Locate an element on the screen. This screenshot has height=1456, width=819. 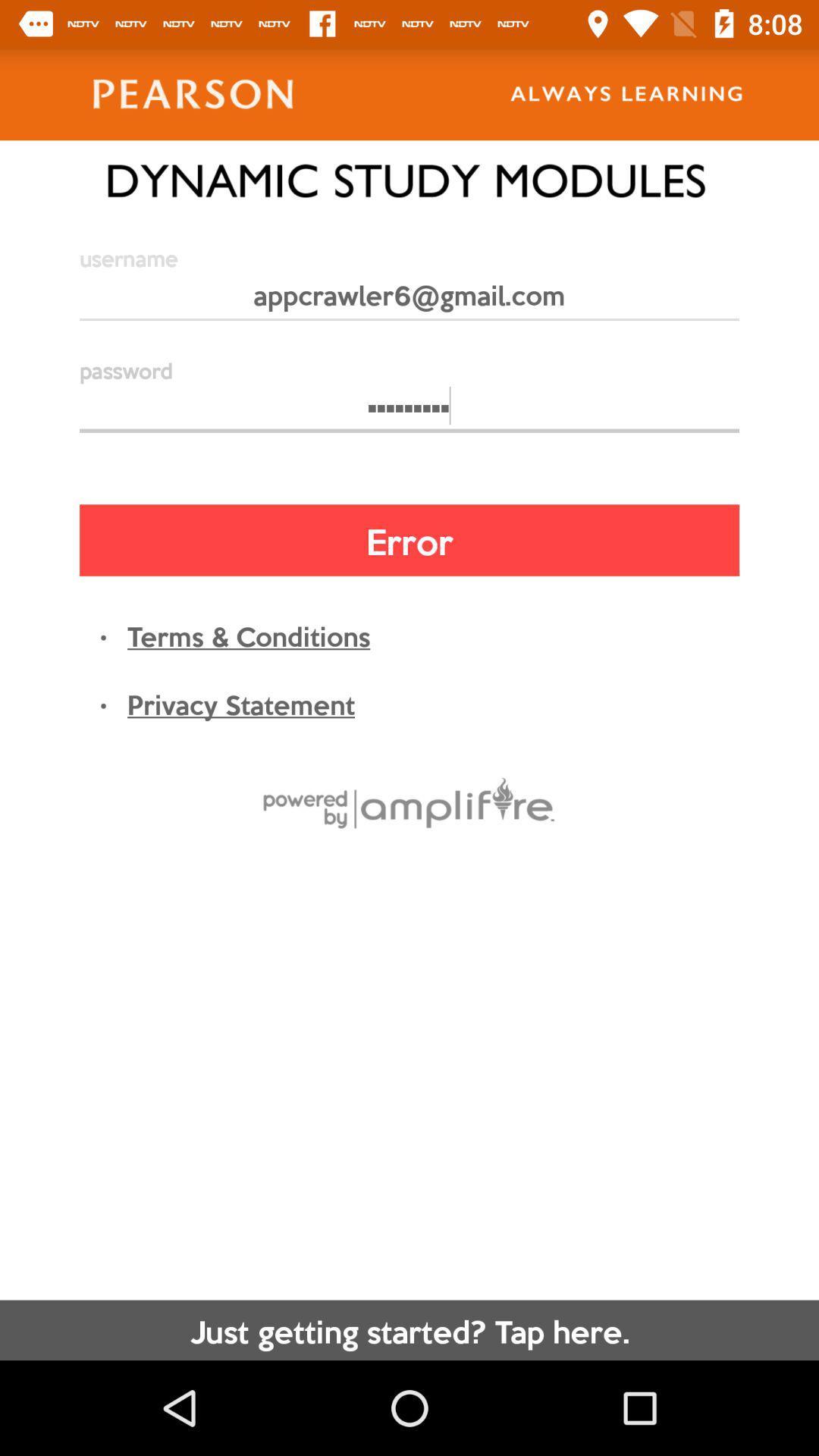
the terms & conditions is located at coordinates (248, 635).